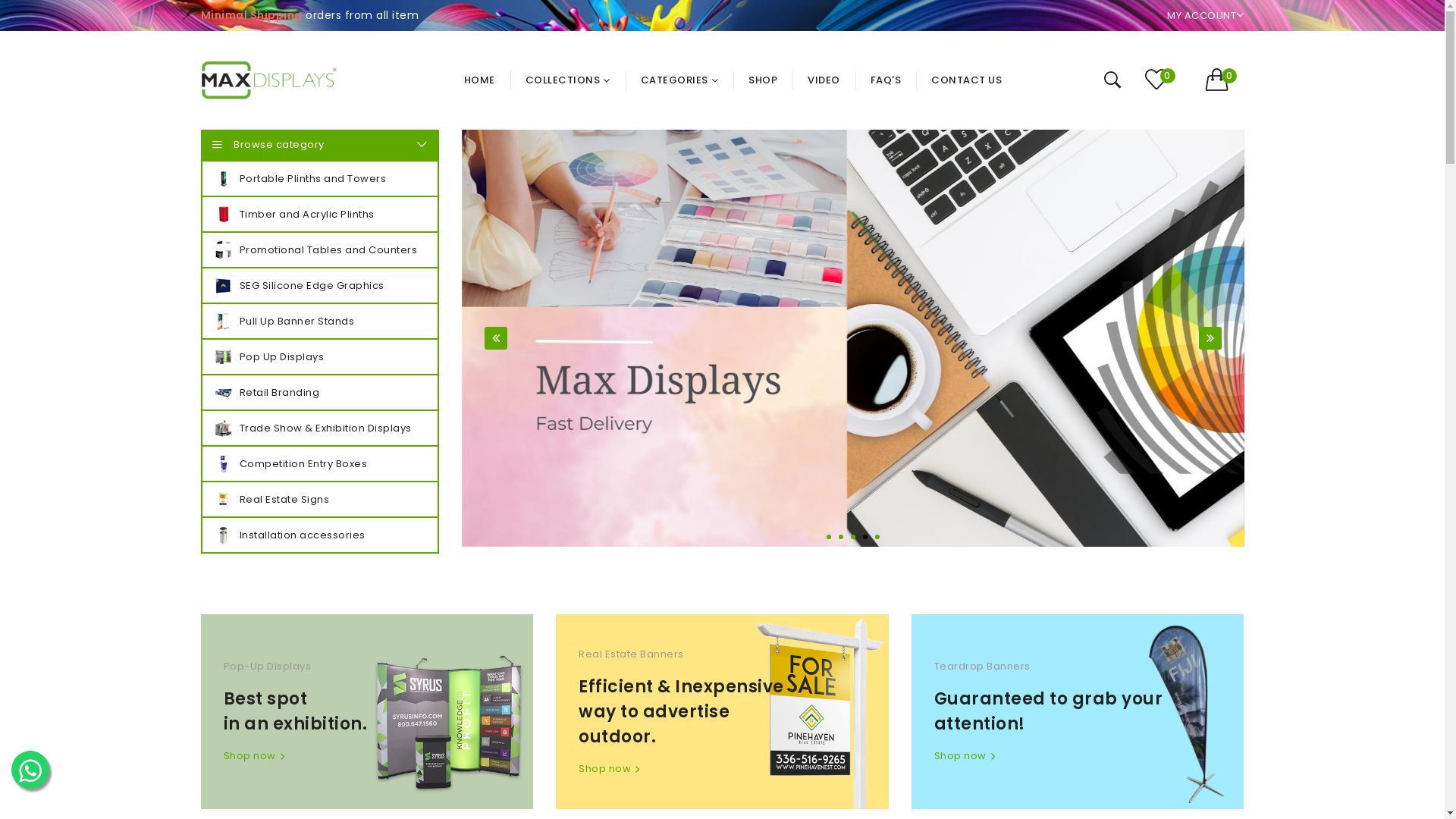 This screenshot has height=819, width=1456. I want to click on 'CONTACT US', so click(915, 80).